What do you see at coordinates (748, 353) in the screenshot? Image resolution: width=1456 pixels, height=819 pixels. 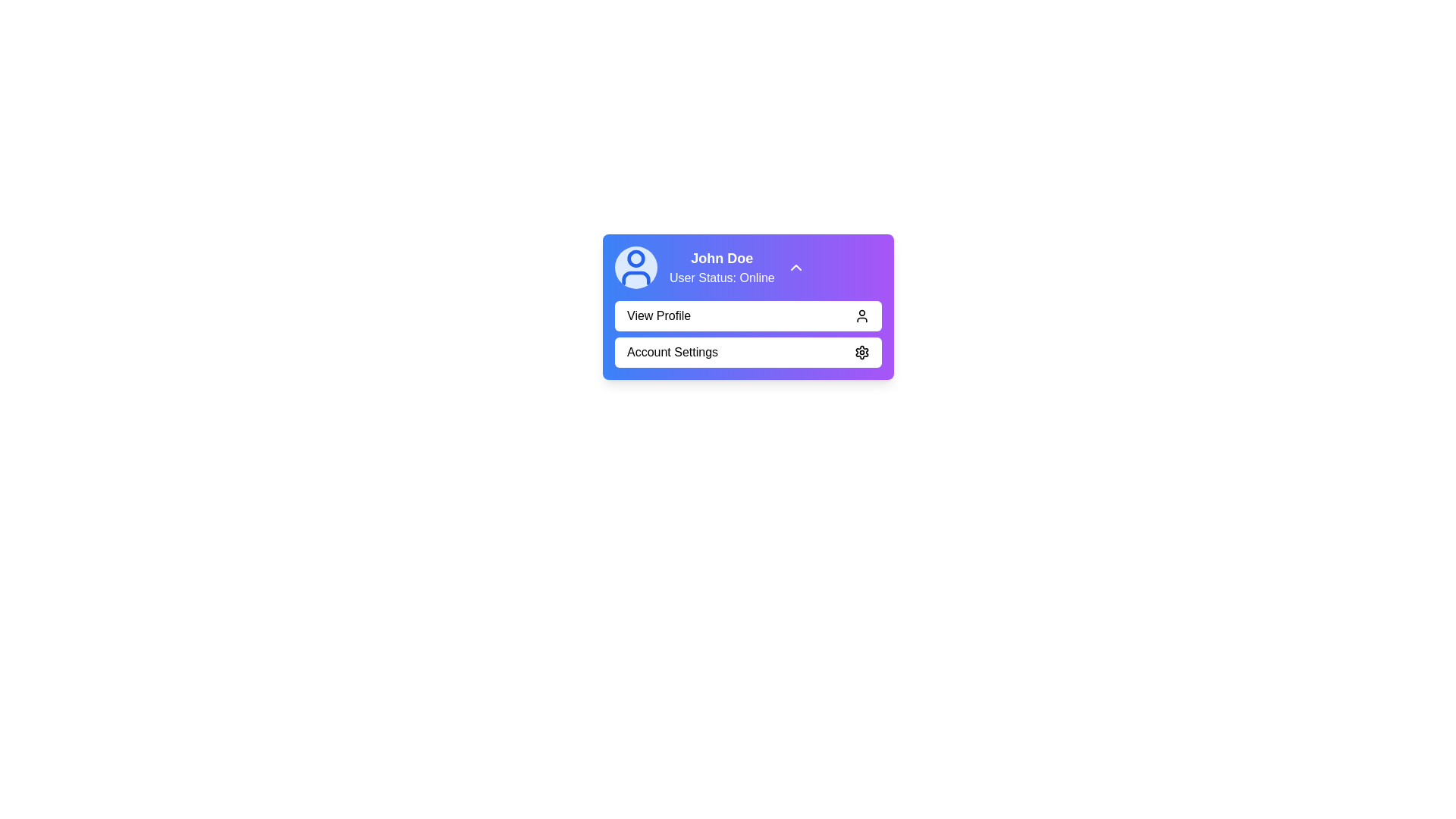 I see `the account settings button located directly below the 'View Profile' button in the dropdown menu` at bounding box center [748, 353].